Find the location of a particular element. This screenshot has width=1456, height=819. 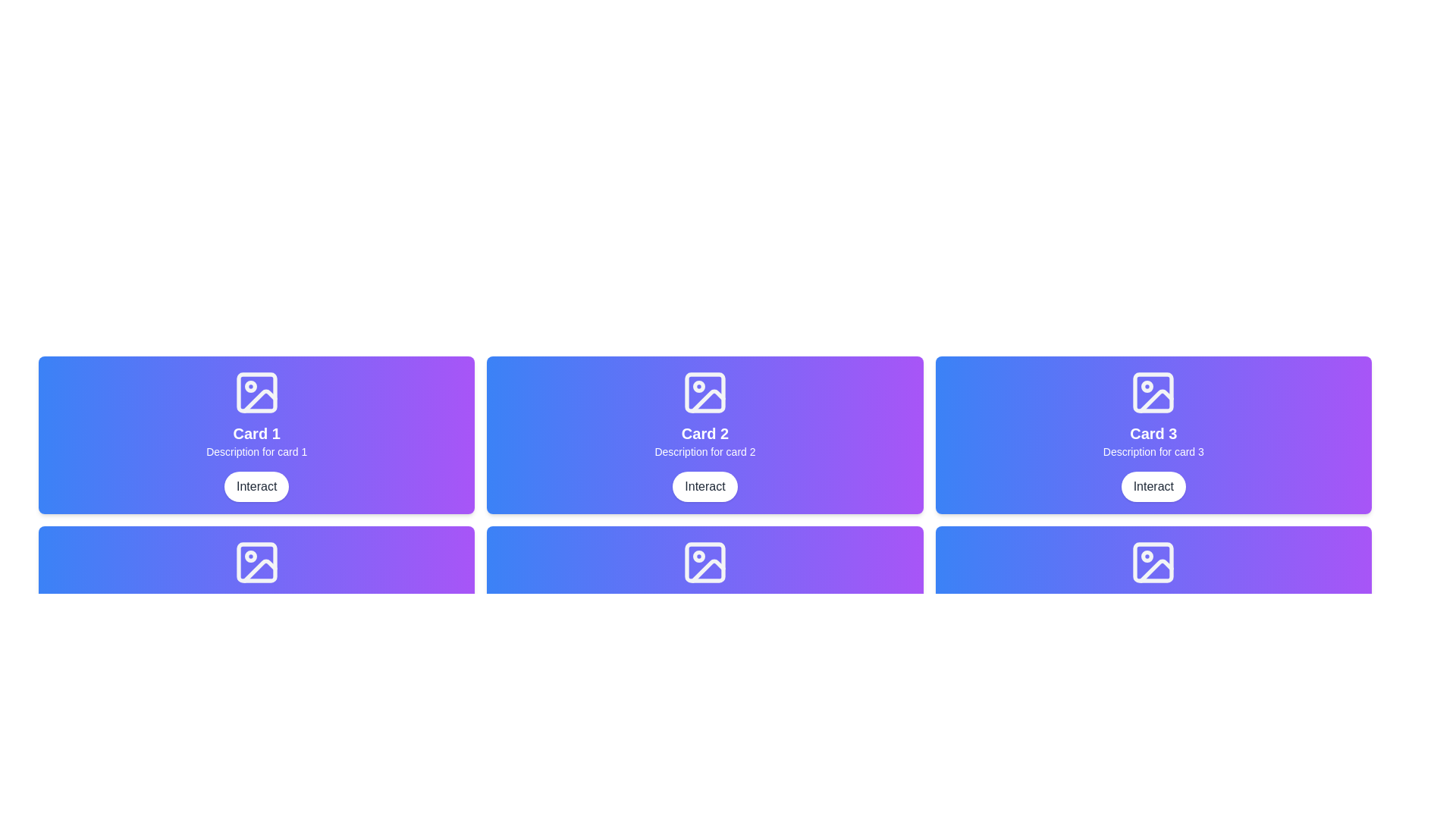

the 'Interact' button, which has a white background and black text, located at the bottom center of 'Card 2' is located at coordinates (704, 486).